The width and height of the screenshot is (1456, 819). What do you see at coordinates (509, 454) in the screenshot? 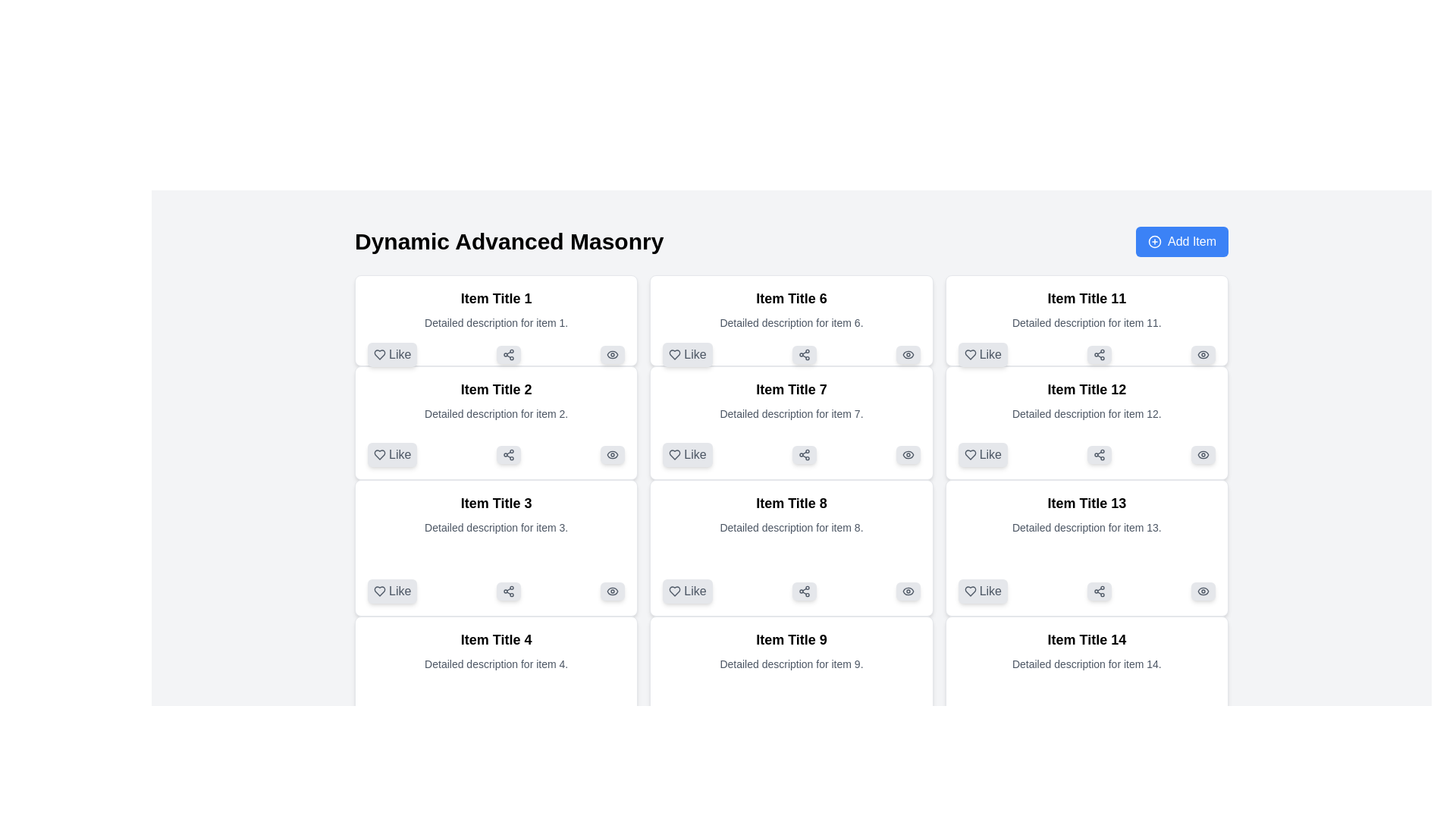
I see `the share button located in the second card of the 'Dynamic Advanced Masonry' grid layout` at bounding box center [509, 454].